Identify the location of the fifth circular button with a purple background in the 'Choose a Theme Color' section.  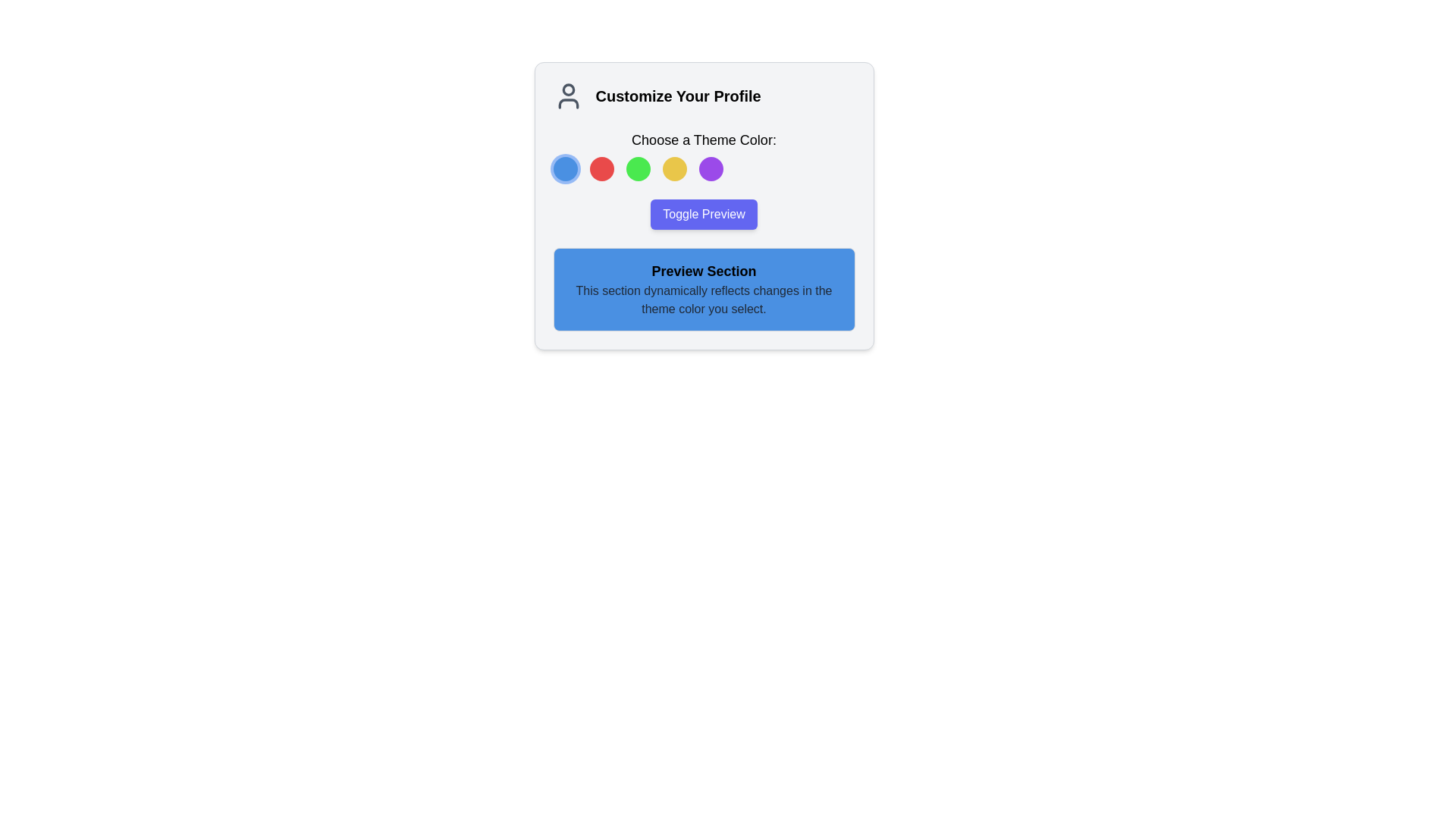
(710, 169).